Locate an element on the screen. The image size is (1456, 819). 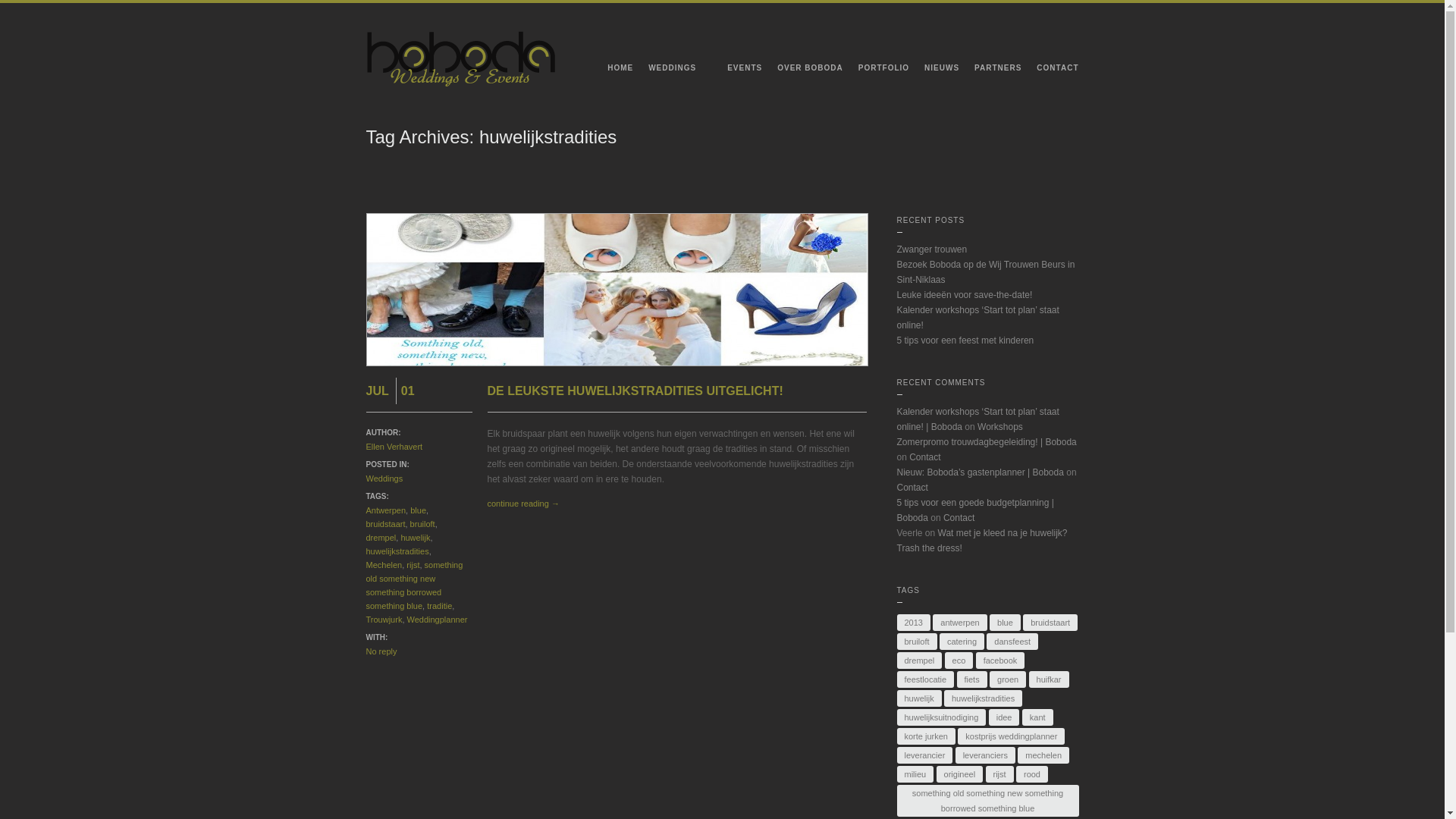
'2013' is located at coordinates (912, 623).